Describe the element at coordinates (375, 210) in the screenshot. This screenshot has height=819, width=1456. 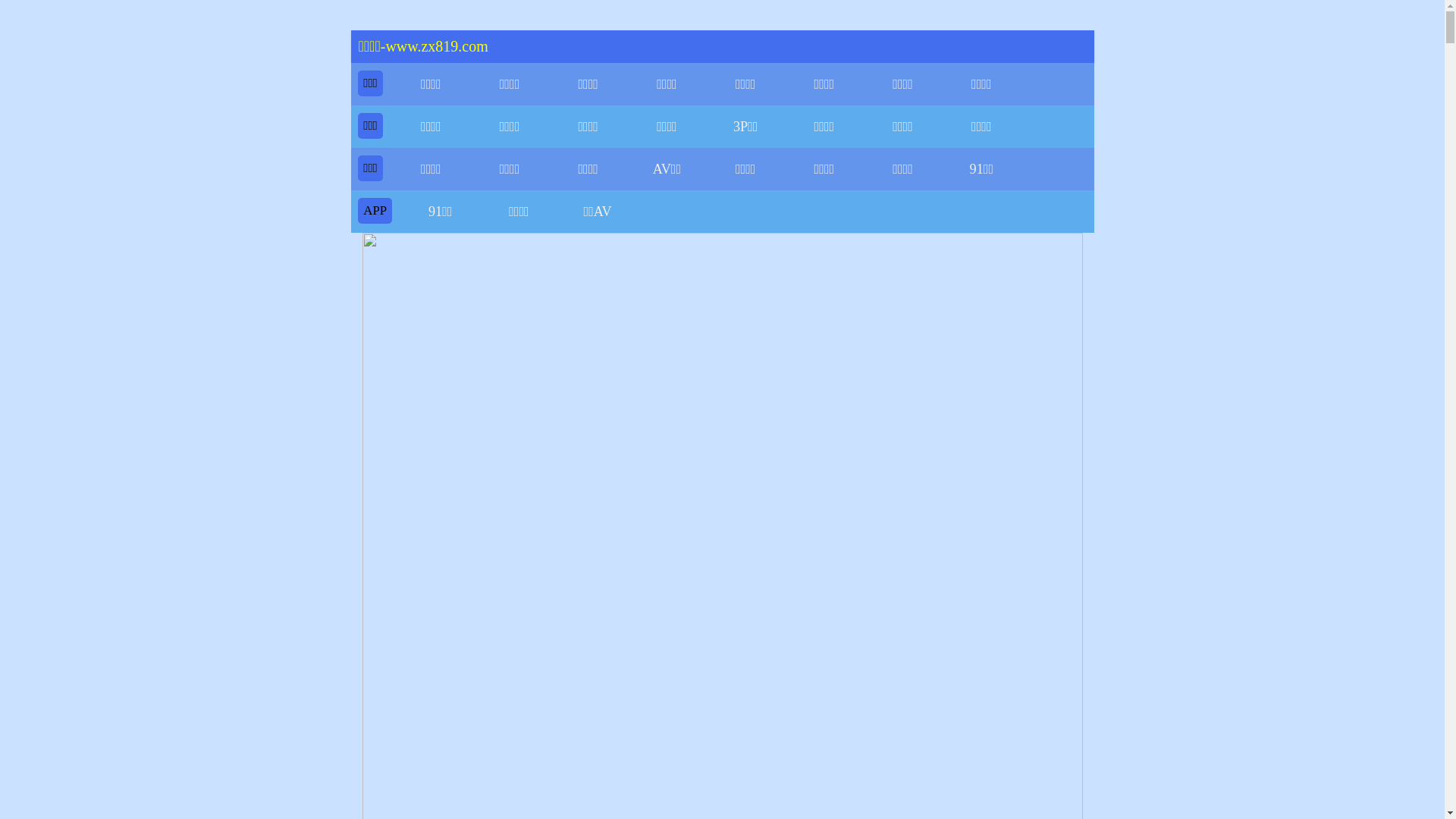
I see `'APP'` at that location.